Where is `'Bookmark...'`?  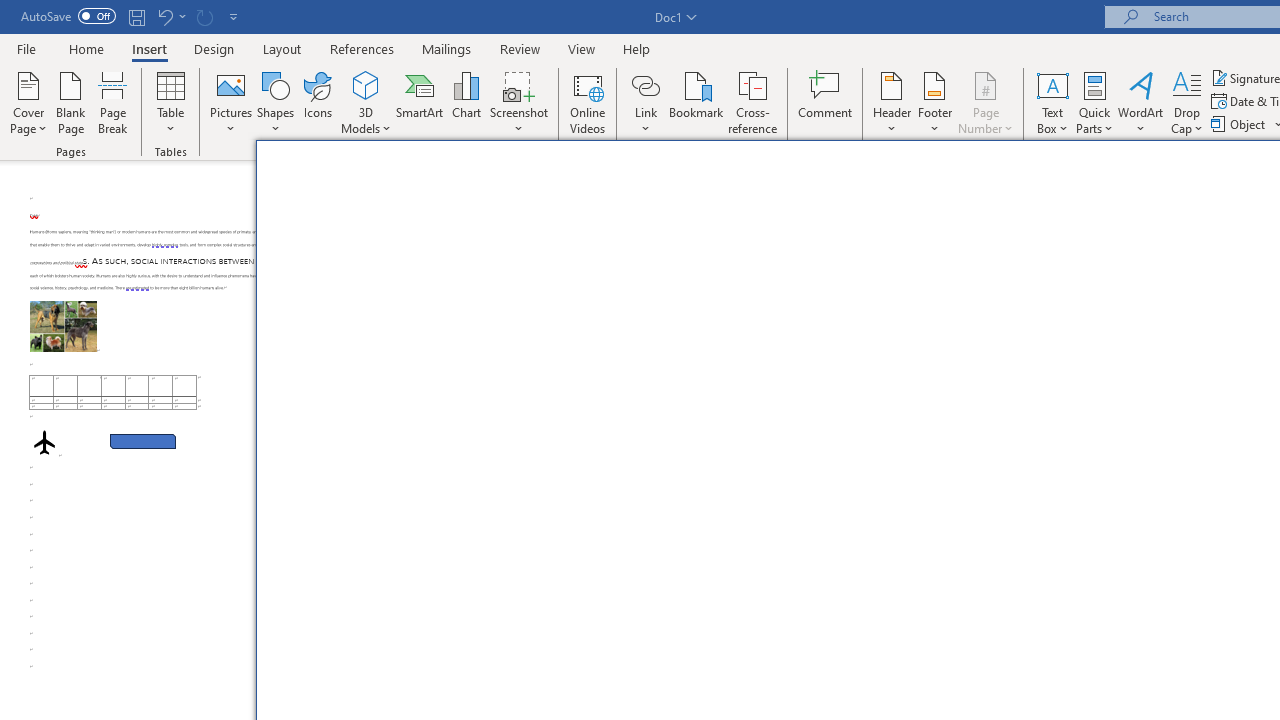 'Bookmark...' is located at coordinates (696, 103).